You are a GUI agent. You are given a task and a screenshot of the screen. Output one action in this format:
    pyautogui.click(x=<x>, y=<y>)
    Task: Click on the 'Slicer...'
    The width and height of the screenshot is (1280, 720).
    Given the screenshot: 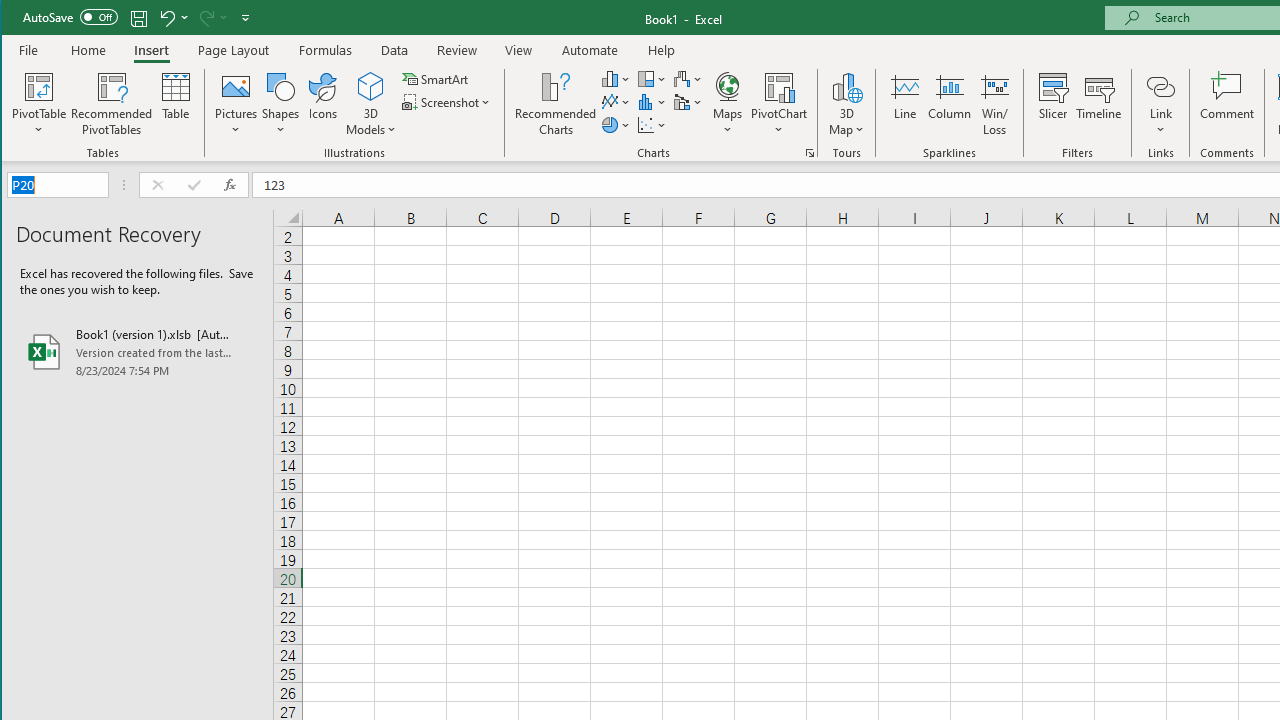 What is the action you would take?
    pyautogui.click(x=1051, y=104)
    